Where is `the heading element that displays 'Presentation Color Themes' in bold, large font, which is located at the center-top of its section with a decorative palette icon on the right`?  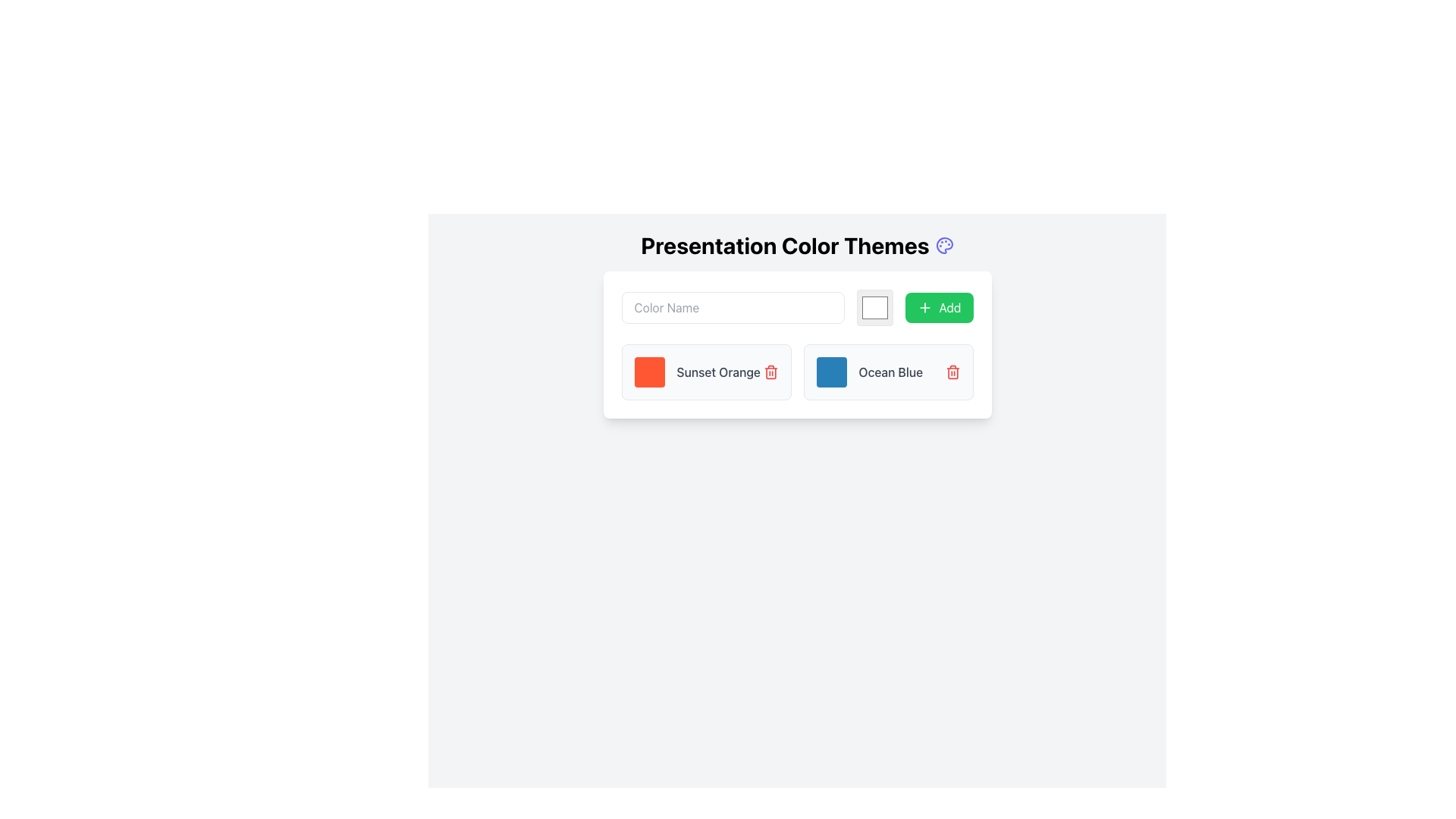
the heading element that displays 'Presentation Color Themes' in bold, large font, which is located at the center-top of its section with a decorative palette icon on the right is located at coordinates (796, 245).